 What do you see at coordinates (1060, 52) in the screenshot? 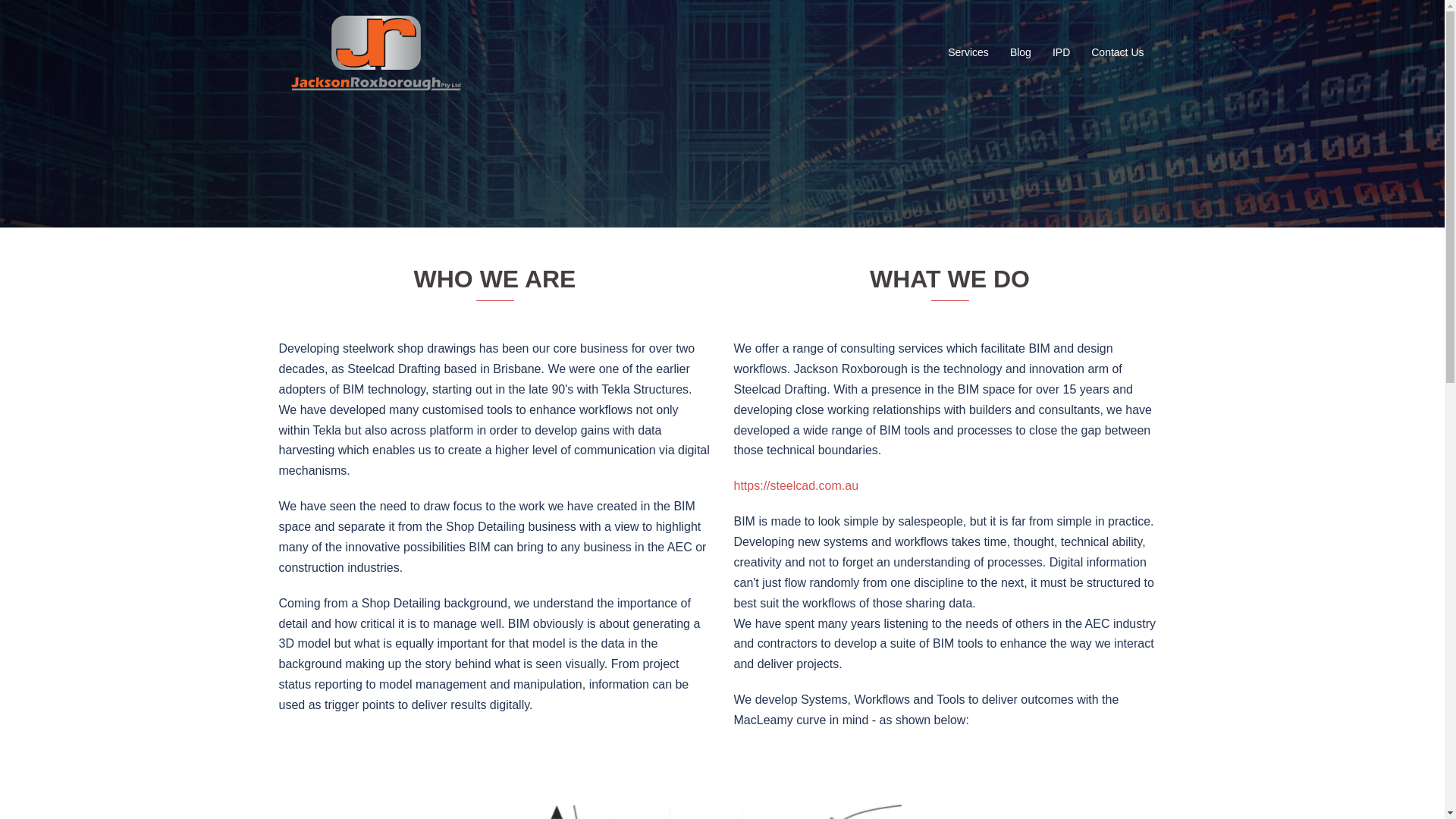
I see `'IPD'` at bounding box center [1060, 52].